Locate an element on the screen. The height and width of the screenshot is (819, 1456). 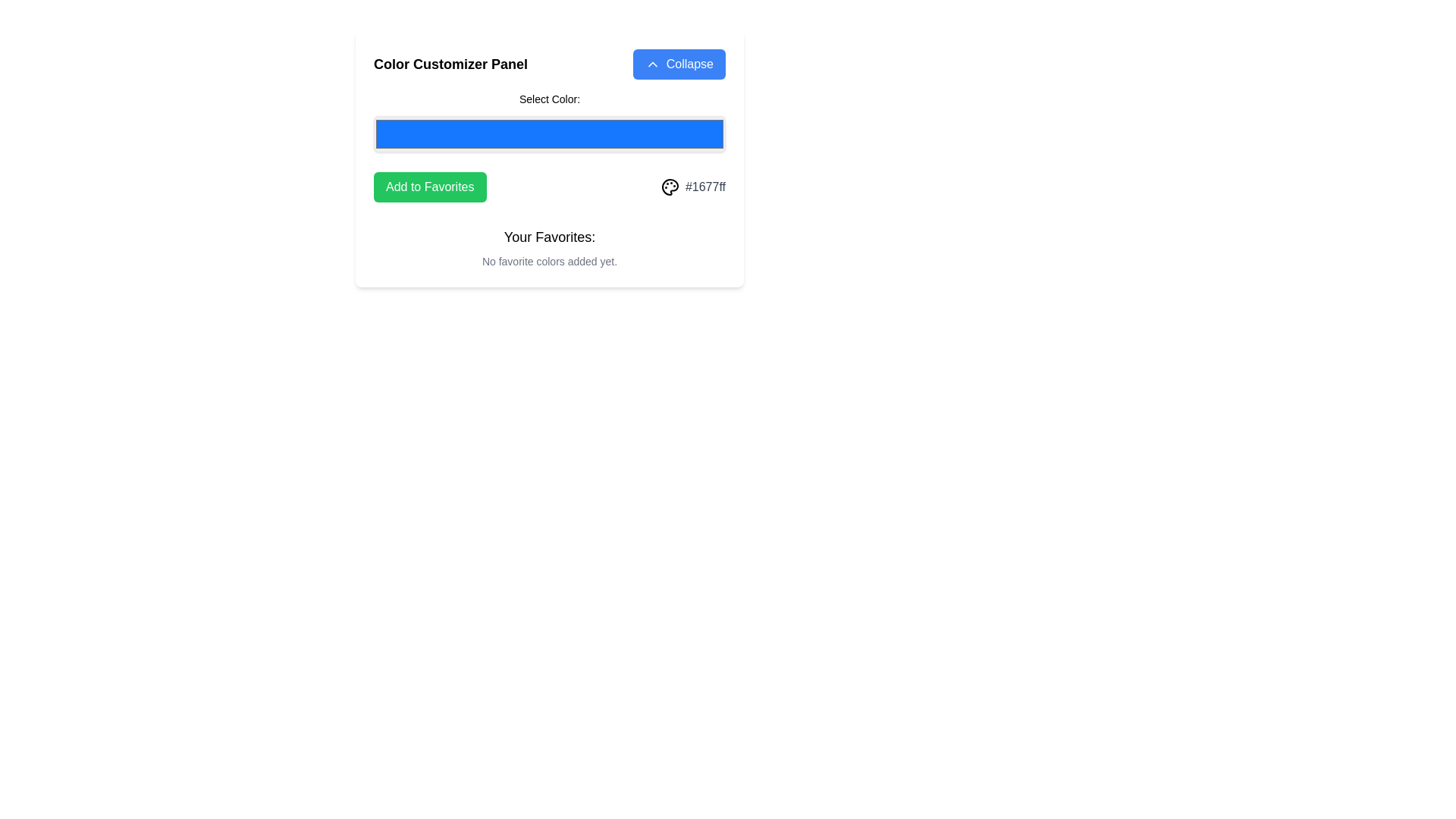
the text label displaying 'Your Favorites:' which is styled as a heading and positioned above the text 'No favorite colors added yet.' is located at coordinates (548, 237).